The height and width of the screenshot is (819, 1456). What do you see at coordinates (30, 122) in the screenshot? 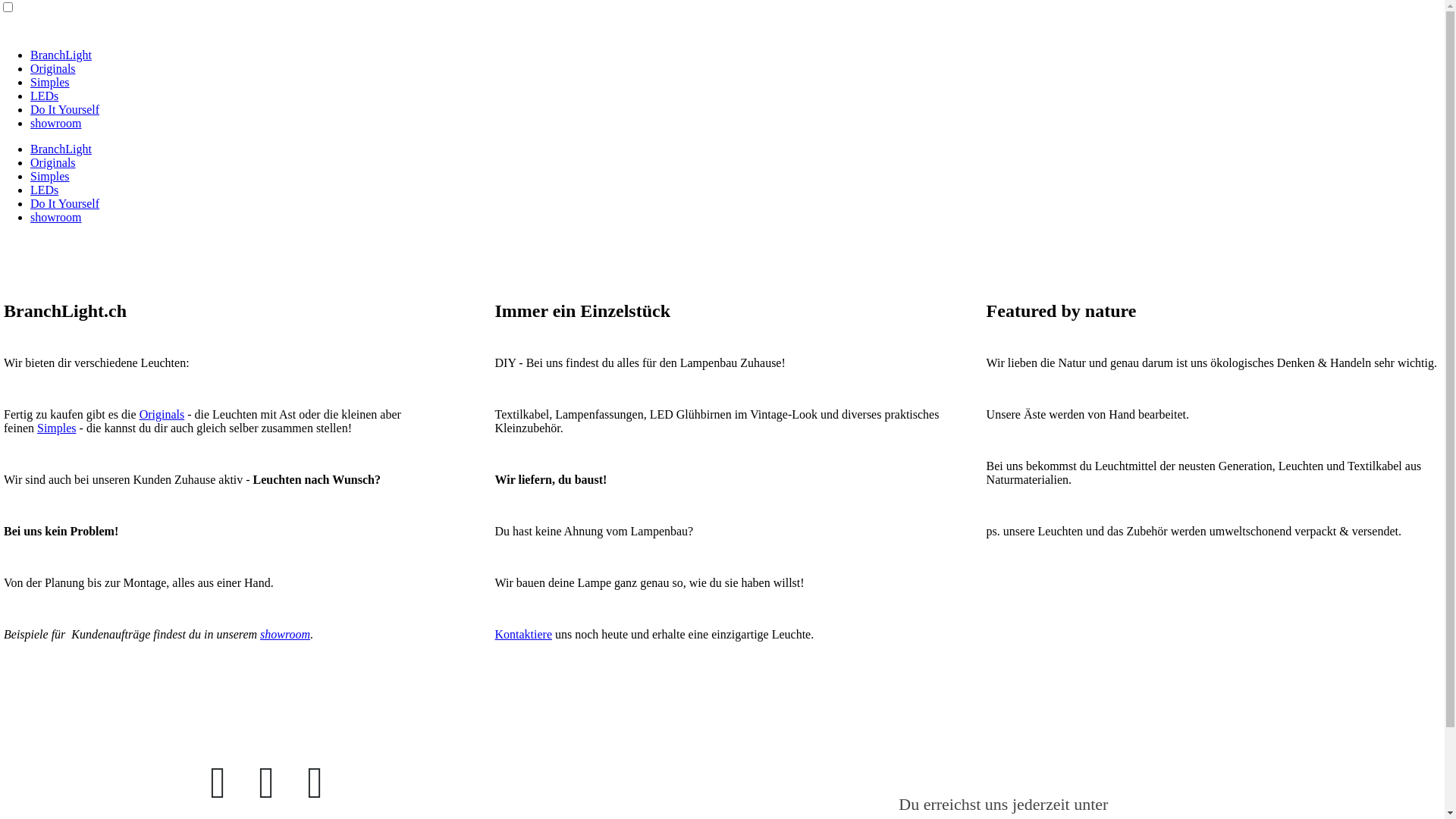
I see `'showroom'` at bounding box center [30, 122].